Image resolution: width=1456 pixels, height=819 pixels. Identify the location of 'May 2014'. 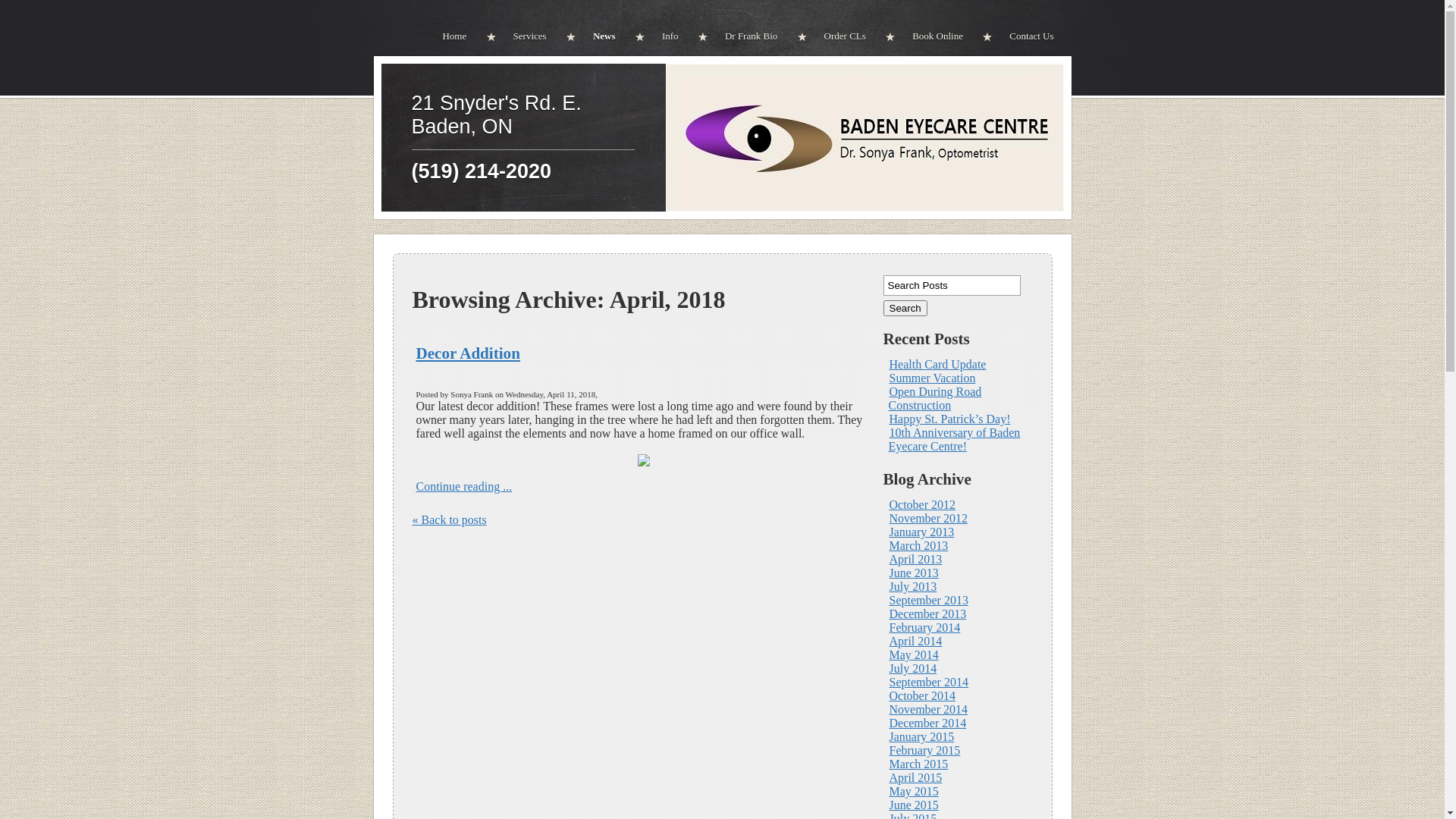
(912, 654).